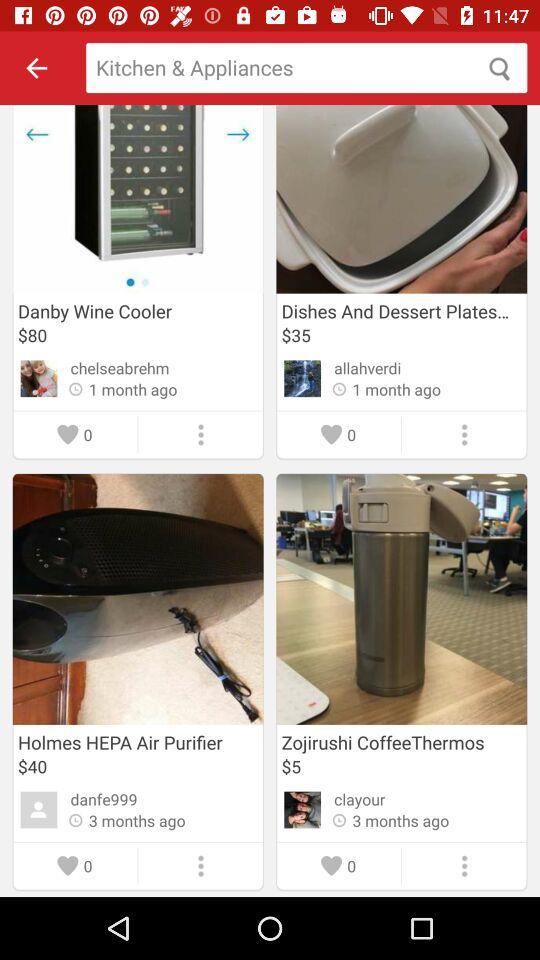  I want to click on the clayour item, so click(358, 799).